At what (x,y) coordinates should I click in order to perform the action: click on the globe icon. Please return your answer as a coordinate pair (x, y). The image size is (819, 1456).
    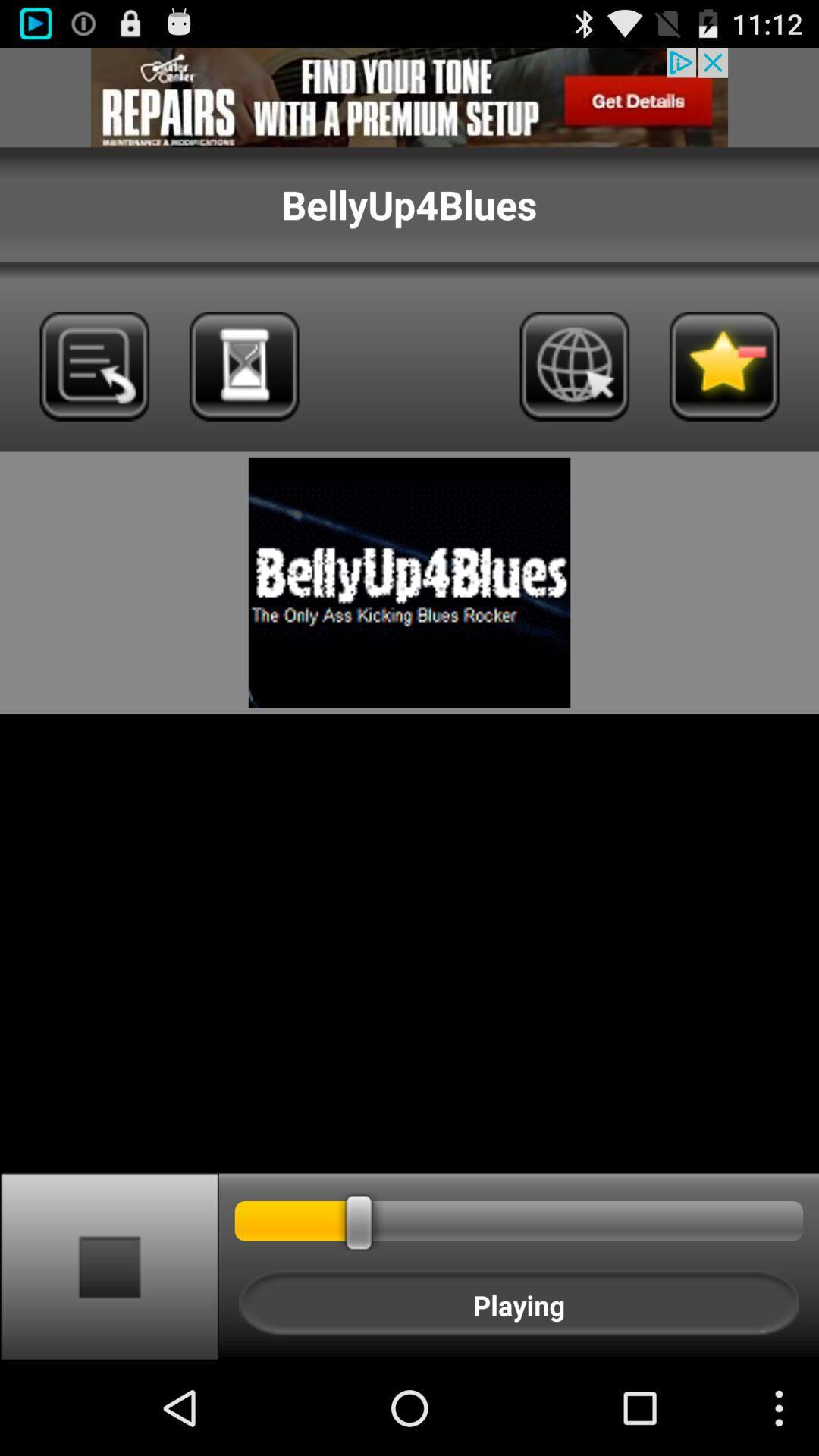
    Looking at the image, I should click on (574, 392).